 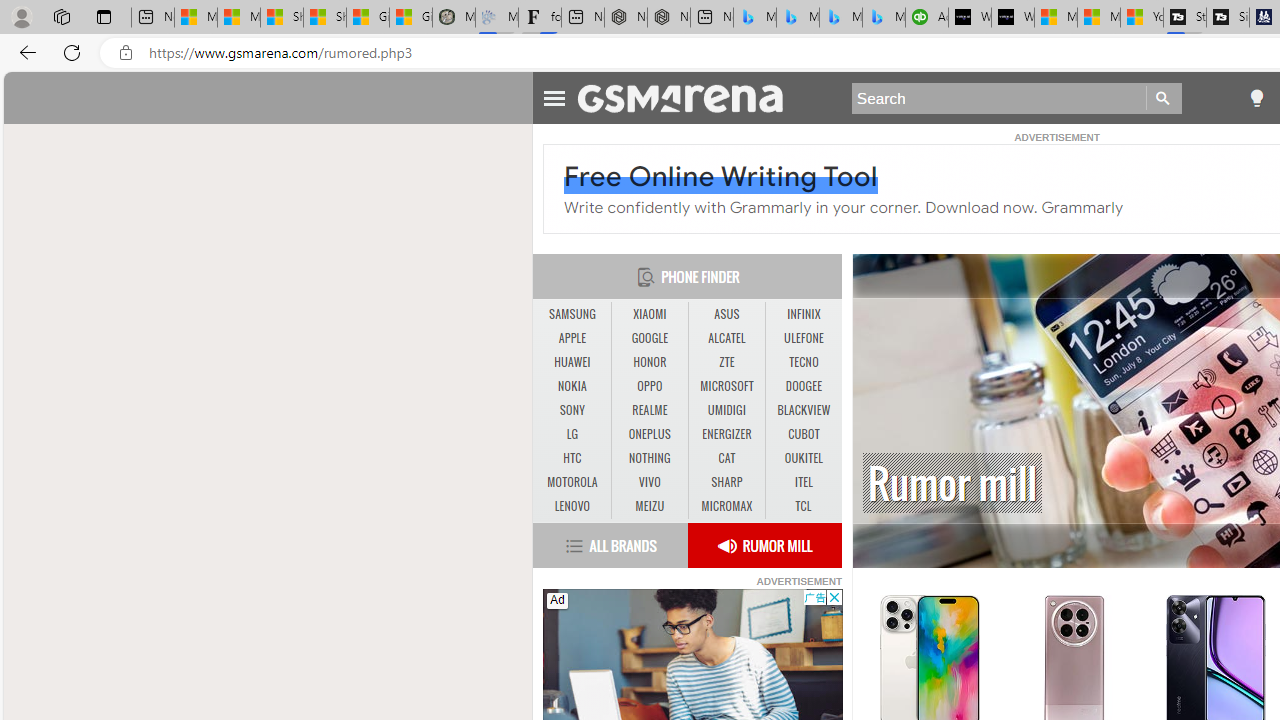 What do you see at coordinates (571, 458) in the screenshot?
I see `'HTC'` at bounding box center [571, 458].